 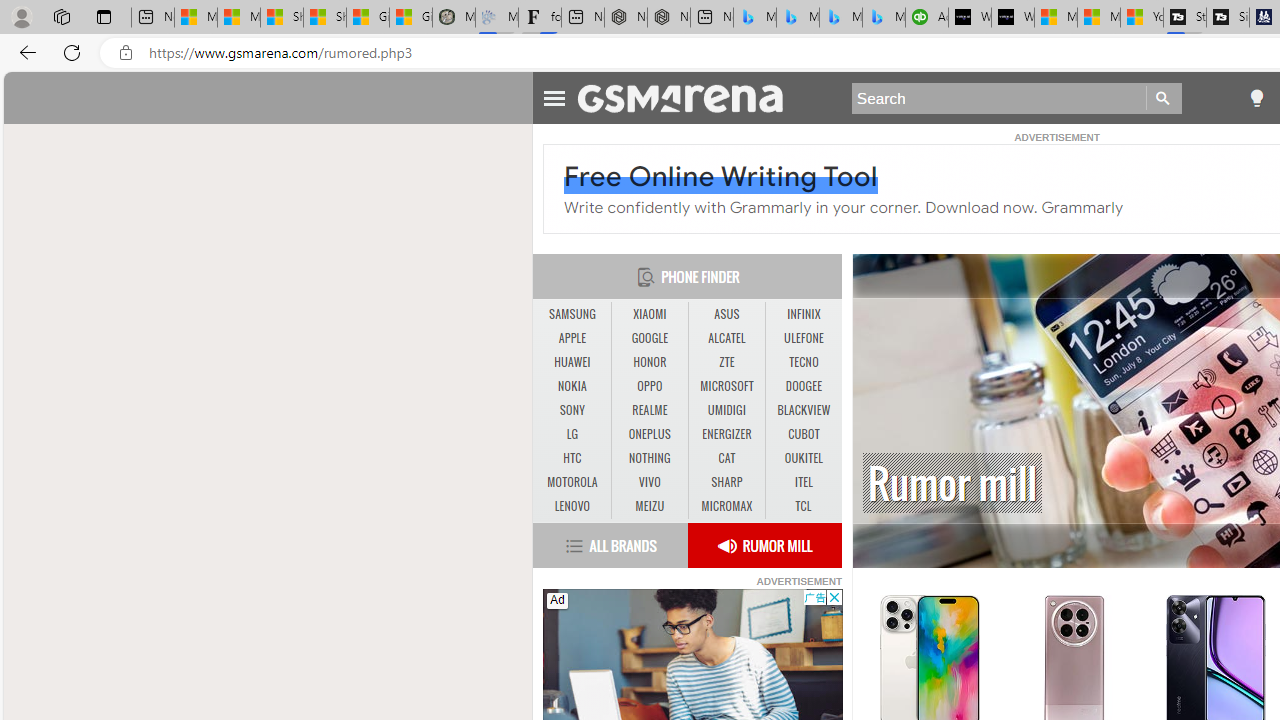 What do you see at coordinates (571, 458) in the screenshot?
I see `'HTC'` at bounding box center [571, 458].